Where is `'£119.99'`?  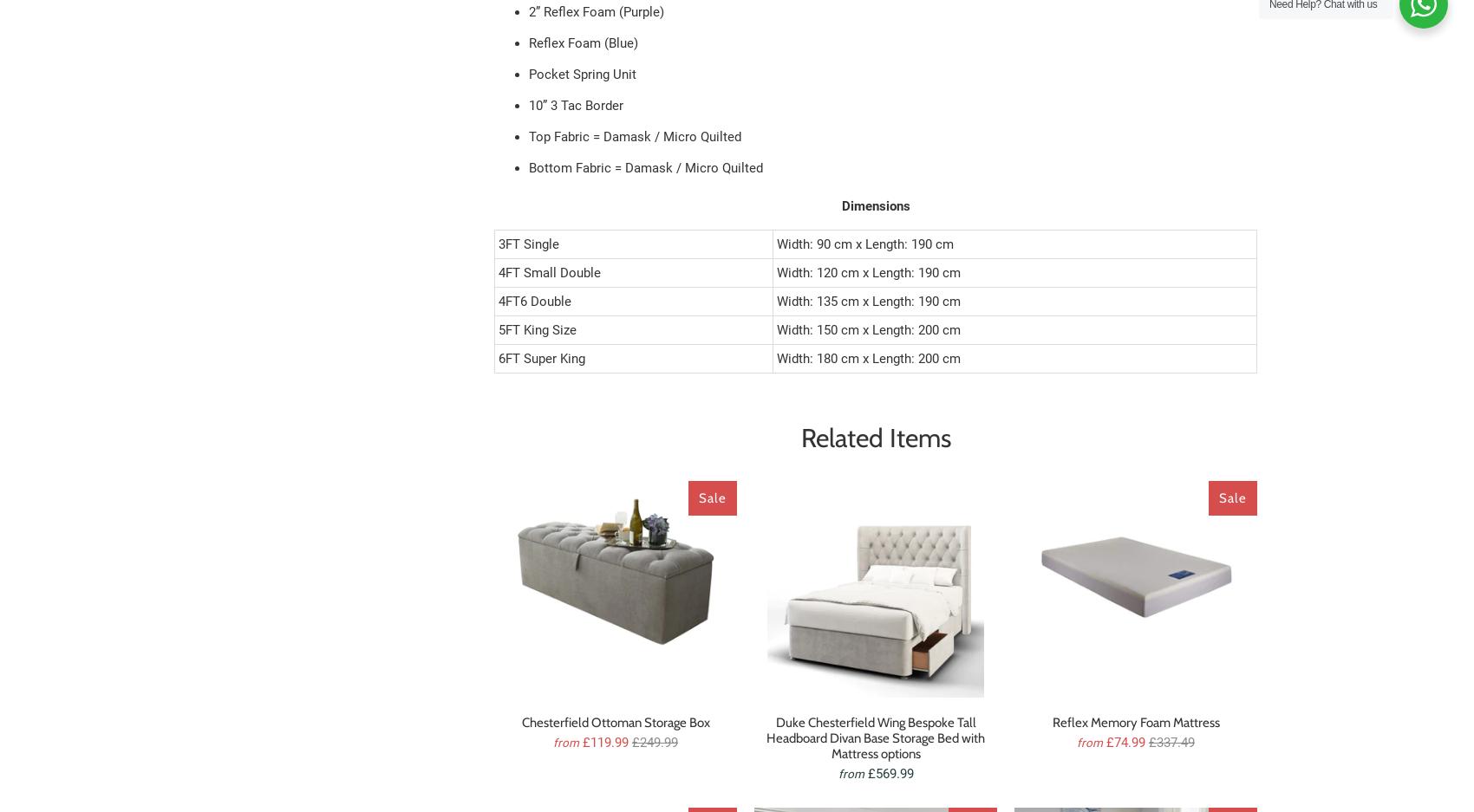
'£119.99' is located at coordinates (583, 742).